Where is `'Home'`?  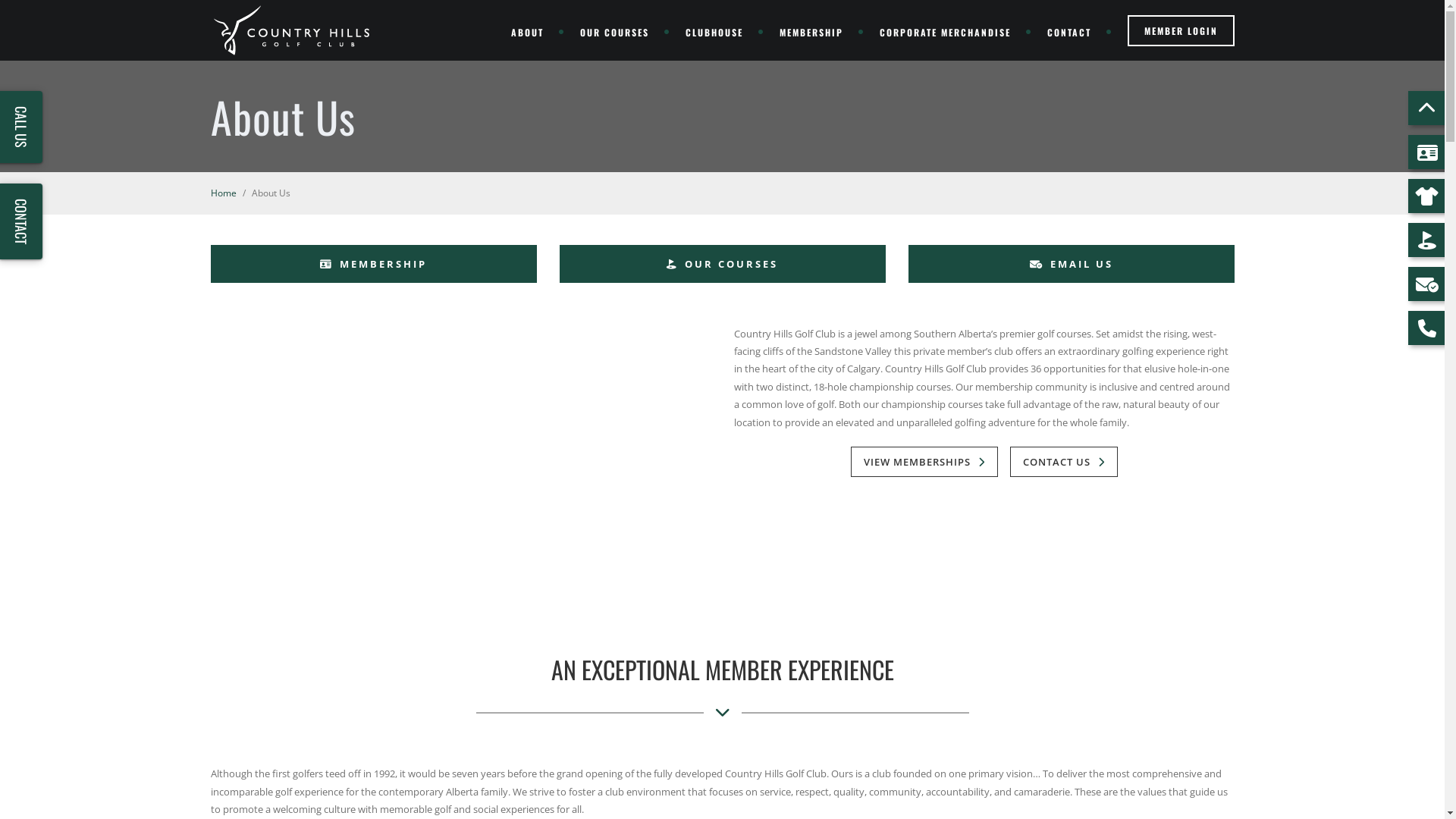
'Home' is located at coordinates (222, 192).